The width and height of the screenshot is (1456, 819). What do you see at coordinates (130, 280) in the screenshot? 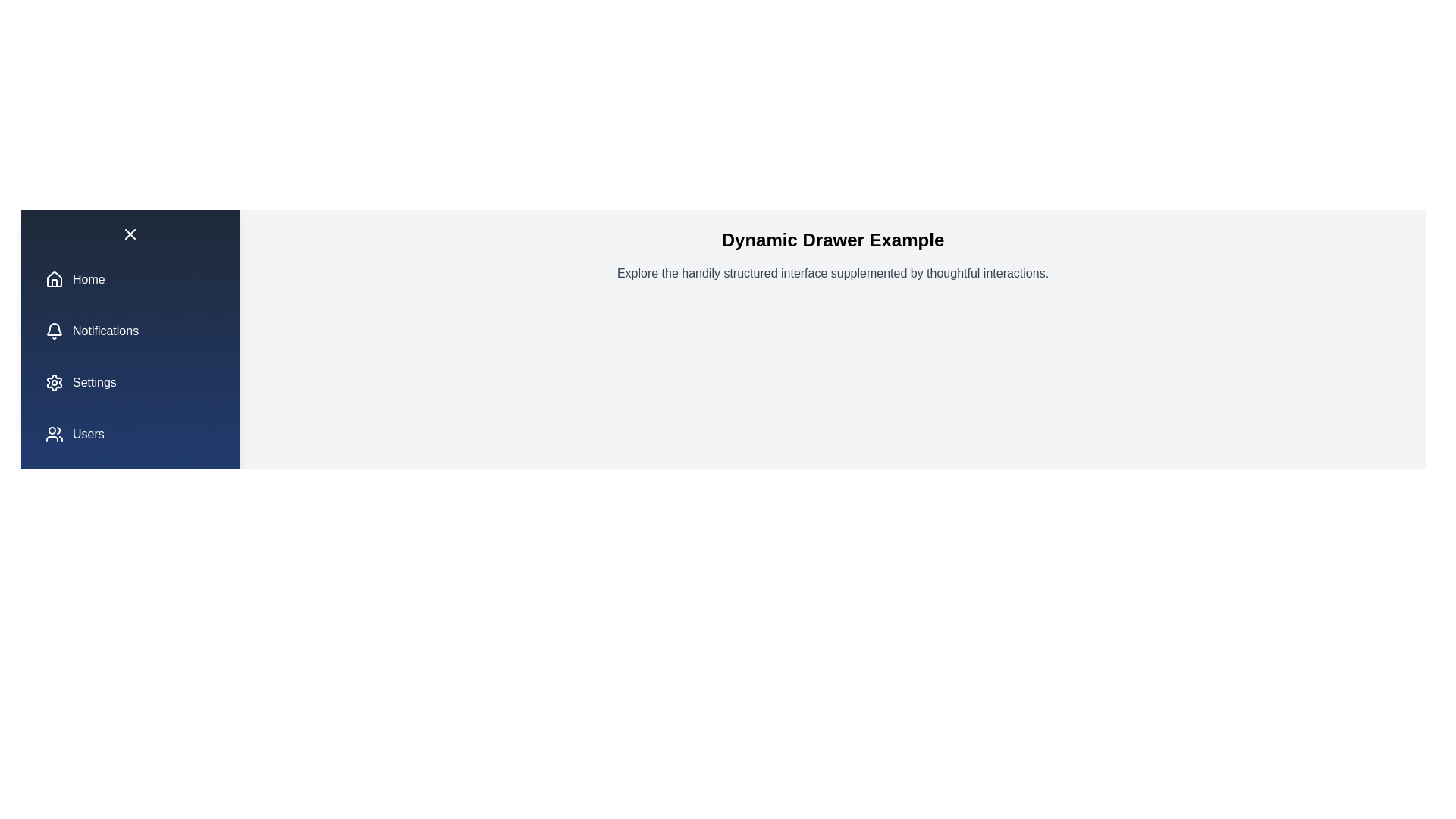
I see `the menu item labeled Home` at bounding box center [130, 280].